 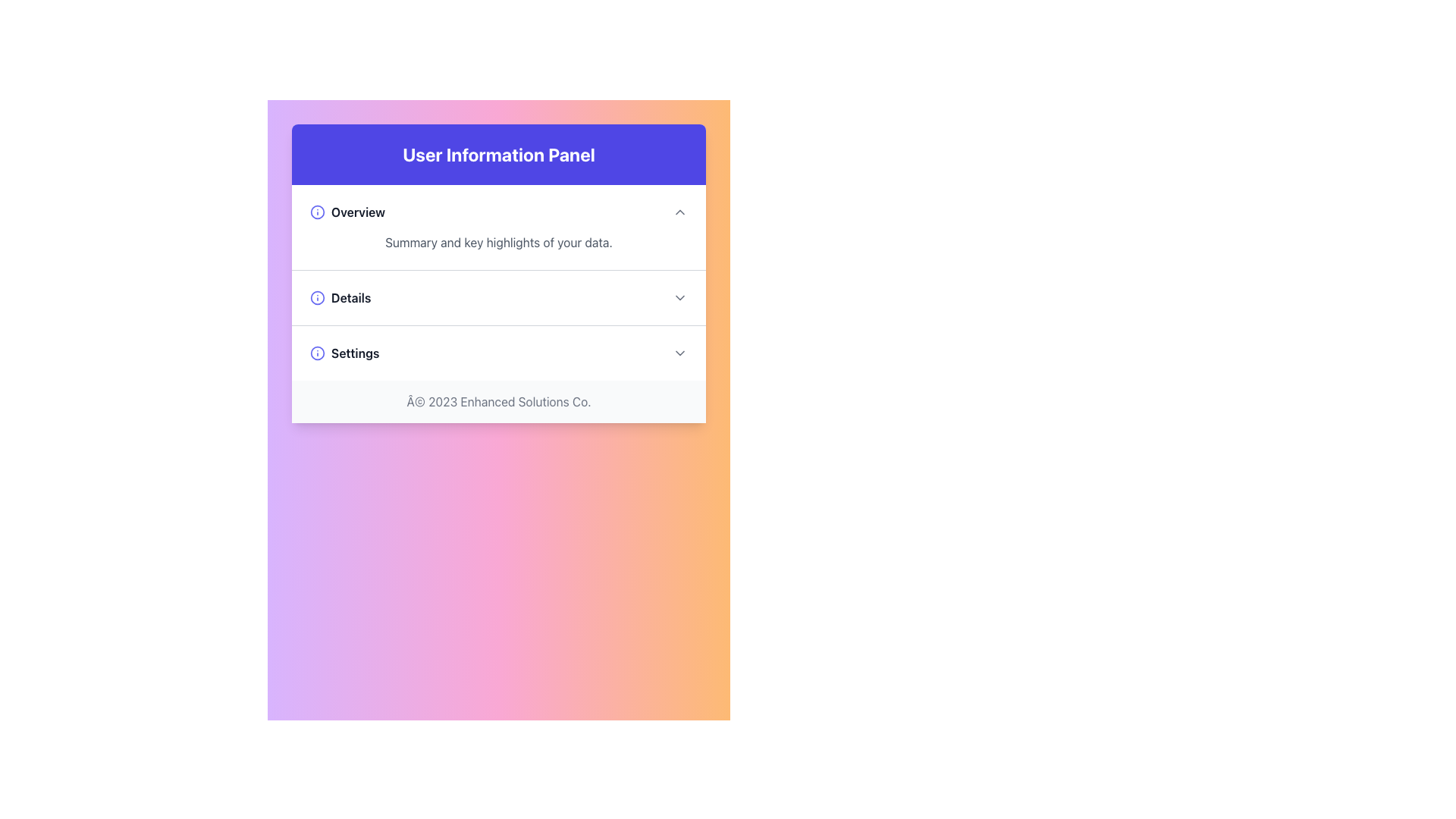 What do you see at coordinates (679, 298) in the screenshot?
I see `the Chevron Down icon located at the top-right of the 'Details' section` at bounding box center [679, 298].